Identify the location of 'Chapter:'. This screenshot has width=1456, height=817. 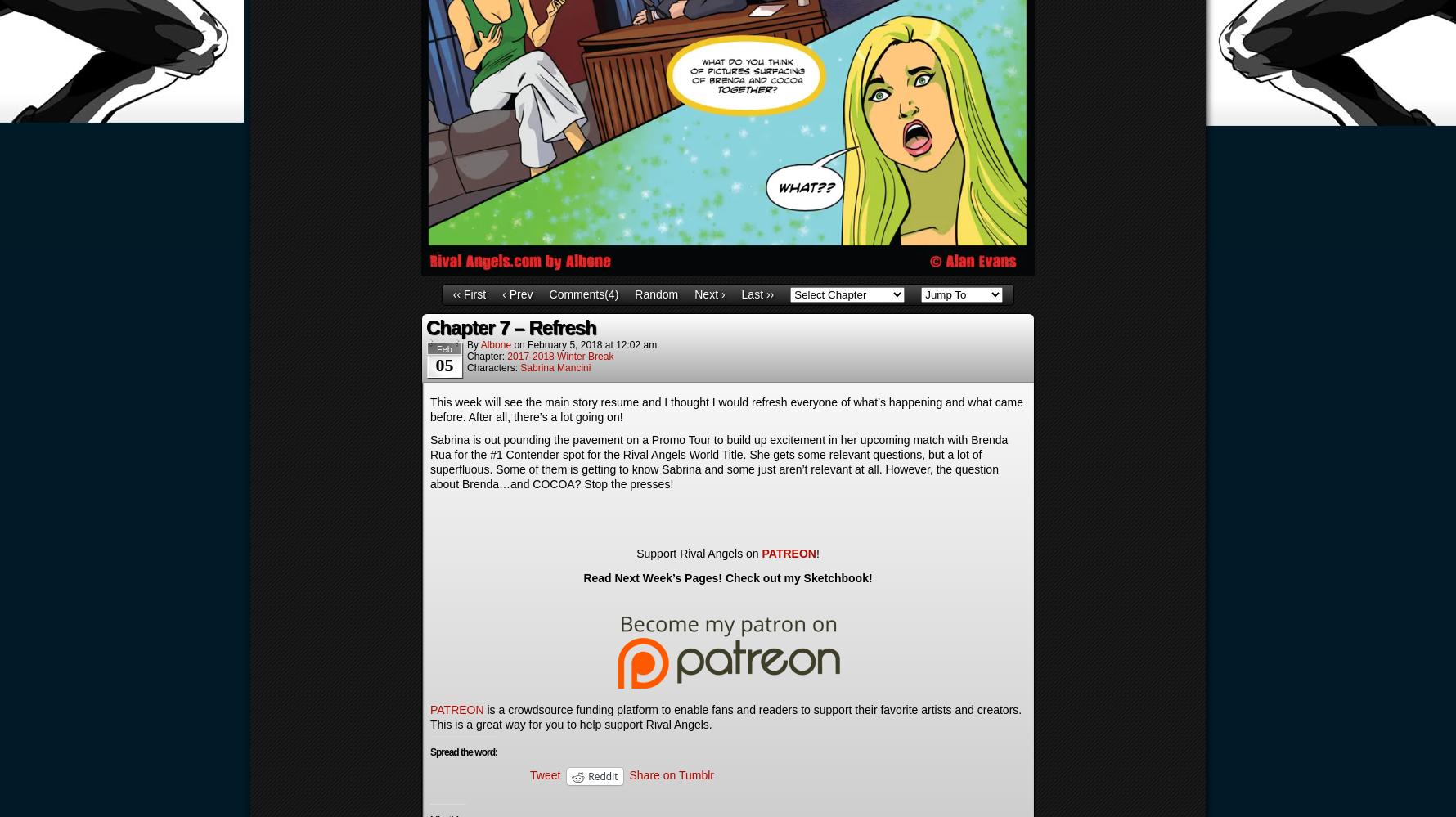
(466, 354).